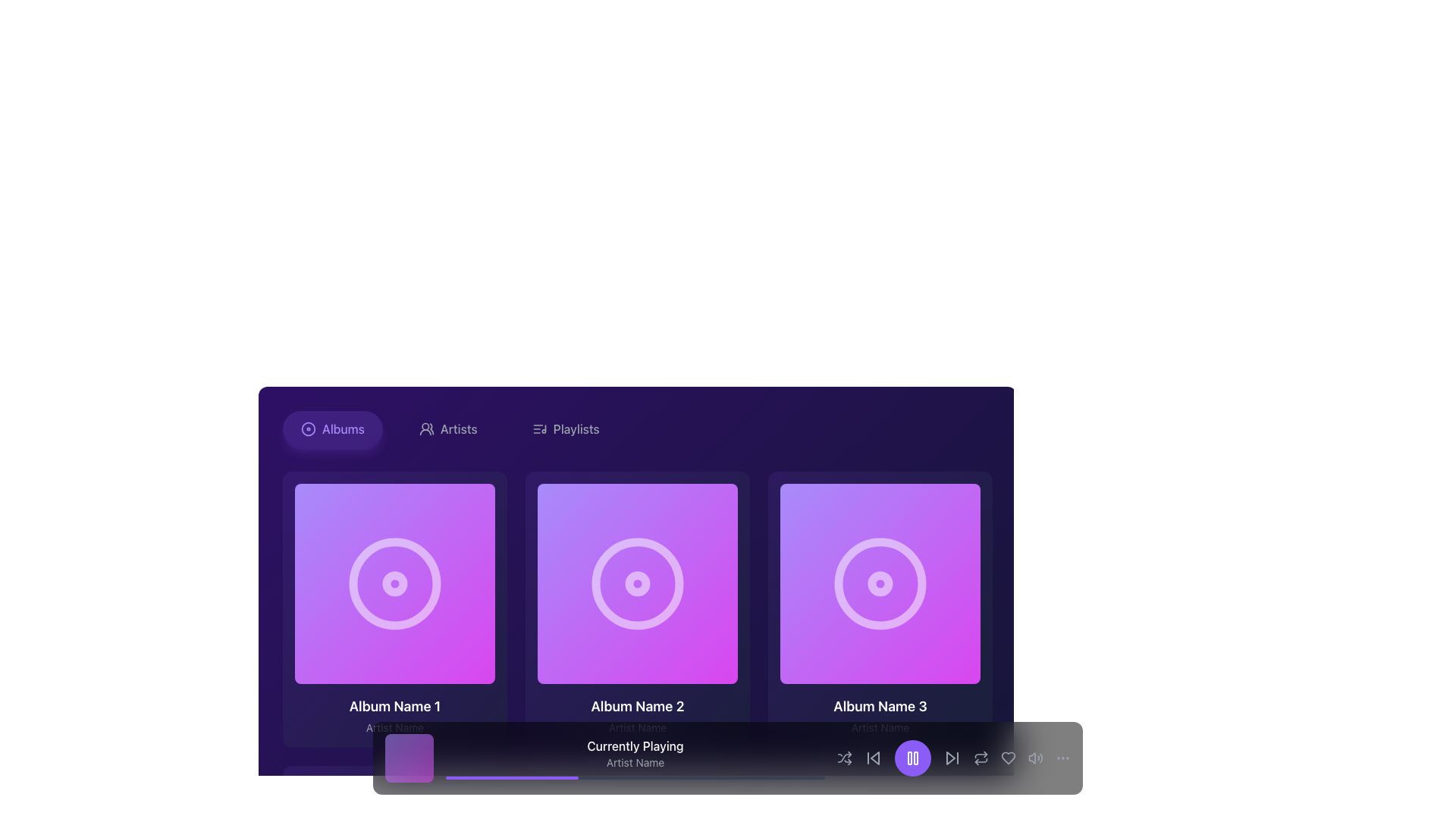  I want to click on the circular violet button with a white pause icon located in the music control bar, so click(912, 758).